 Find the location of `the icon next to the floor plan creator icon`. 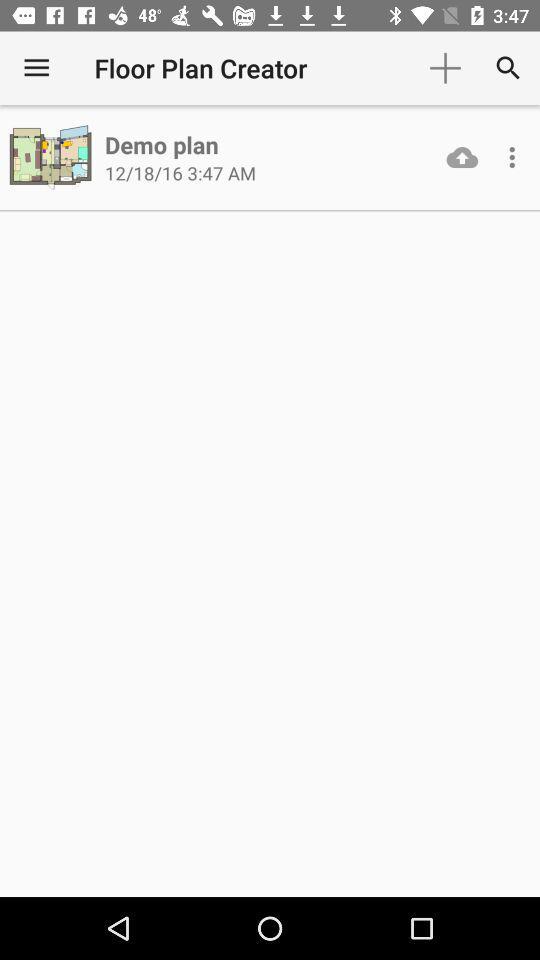

the icon next to the floor plan creator icon is located at coordinates (445, 68).